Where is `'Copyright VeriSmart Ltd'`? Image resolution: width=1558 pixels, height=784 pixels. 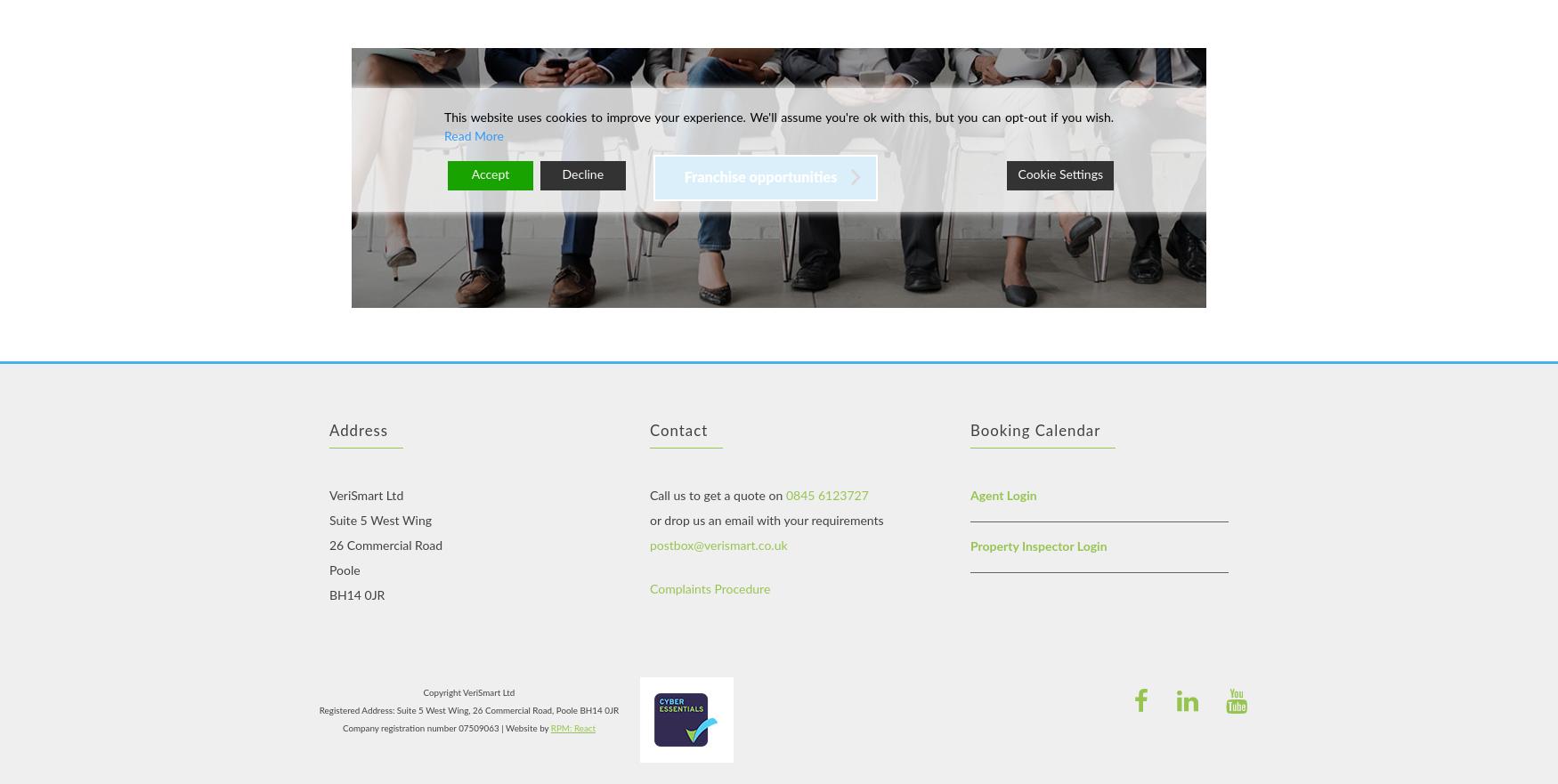
'Copyright VeriSmart Ltd' is located at coordinates (467, 691).